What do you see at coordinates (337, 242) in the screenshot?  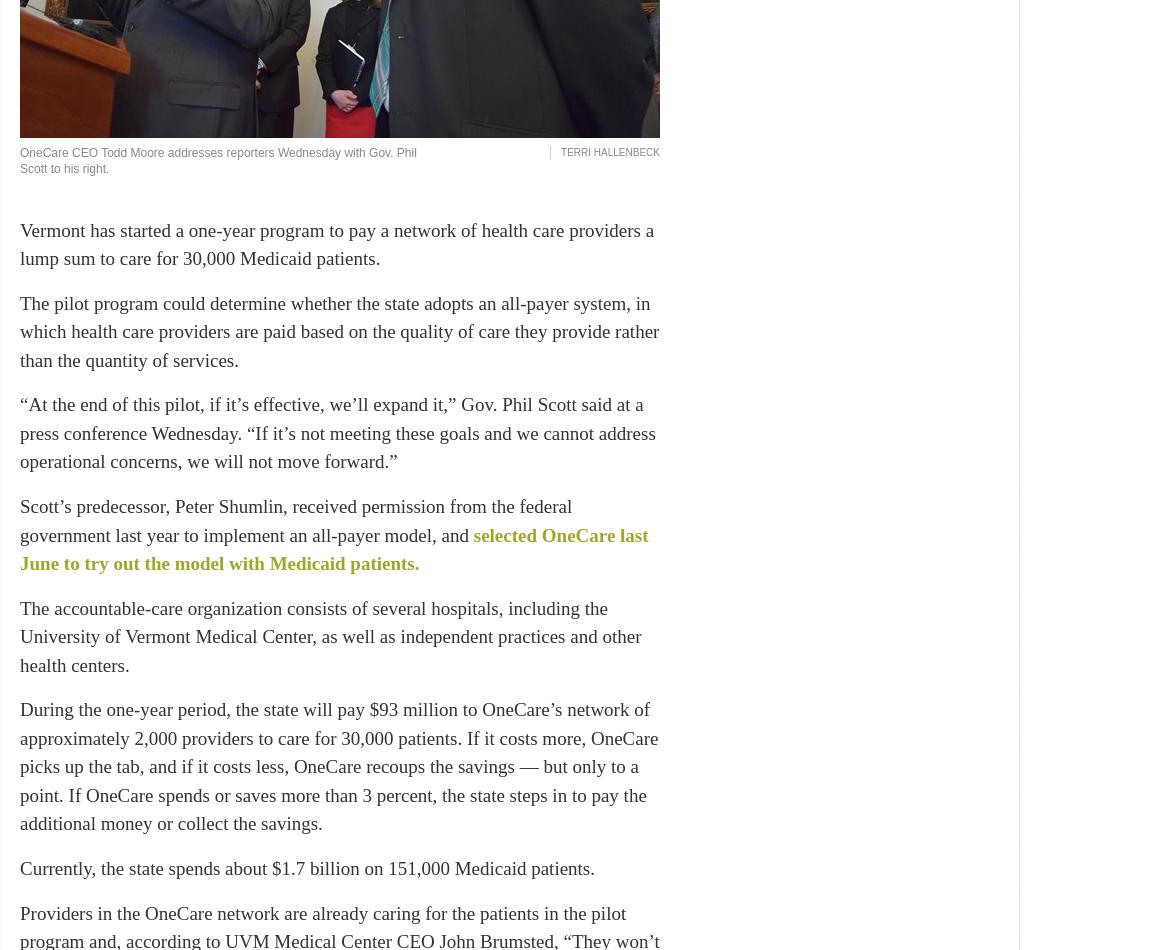 I see `'Vermont has started a one-year program to pay a network of health care providers a lump sum to care for 30,000 Medicaid patients.'` at bounding box center [337, 242].